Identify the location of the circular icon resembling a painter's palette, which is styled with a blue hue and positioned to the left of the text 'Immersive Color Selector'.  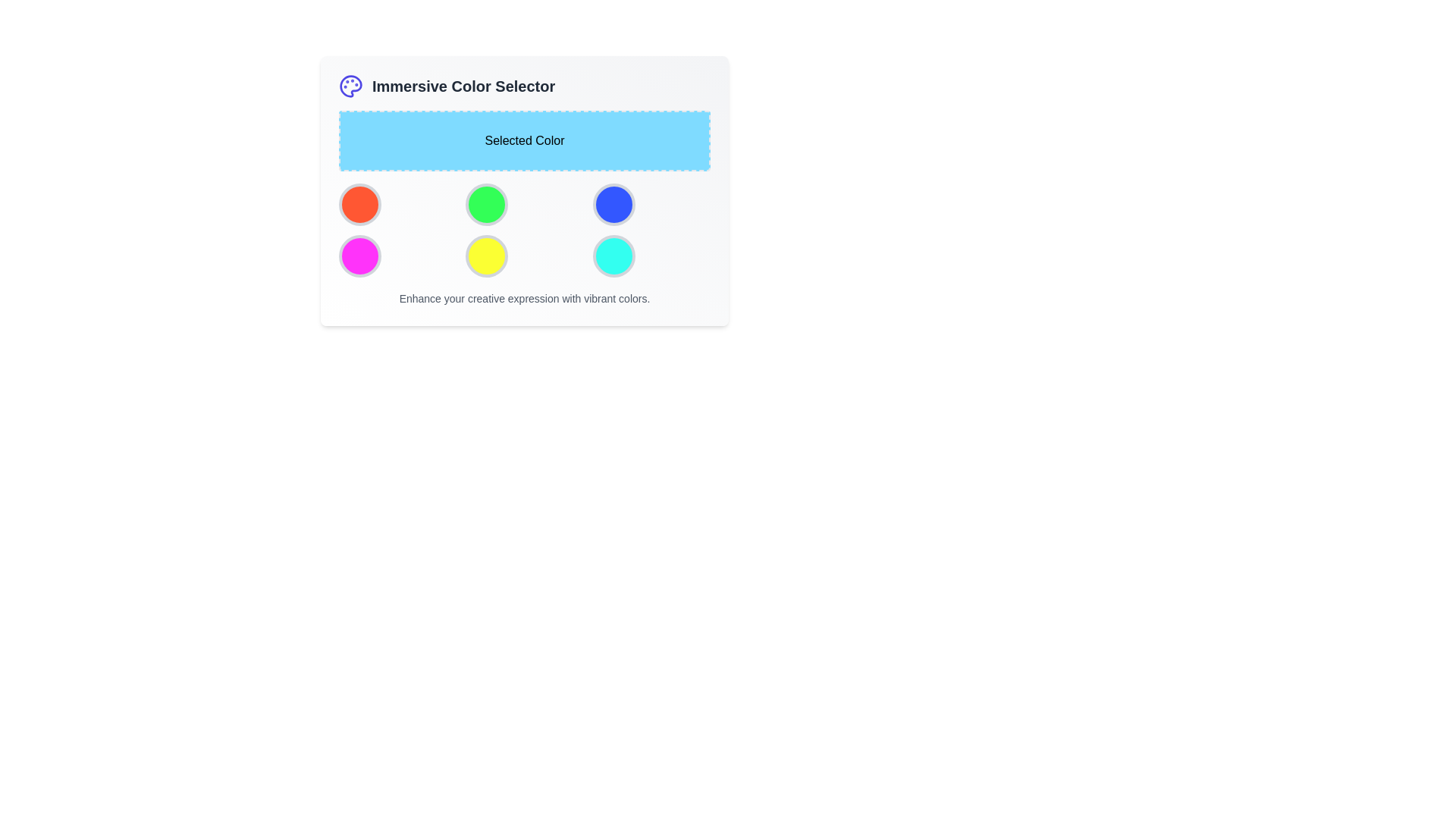
(350, 86).